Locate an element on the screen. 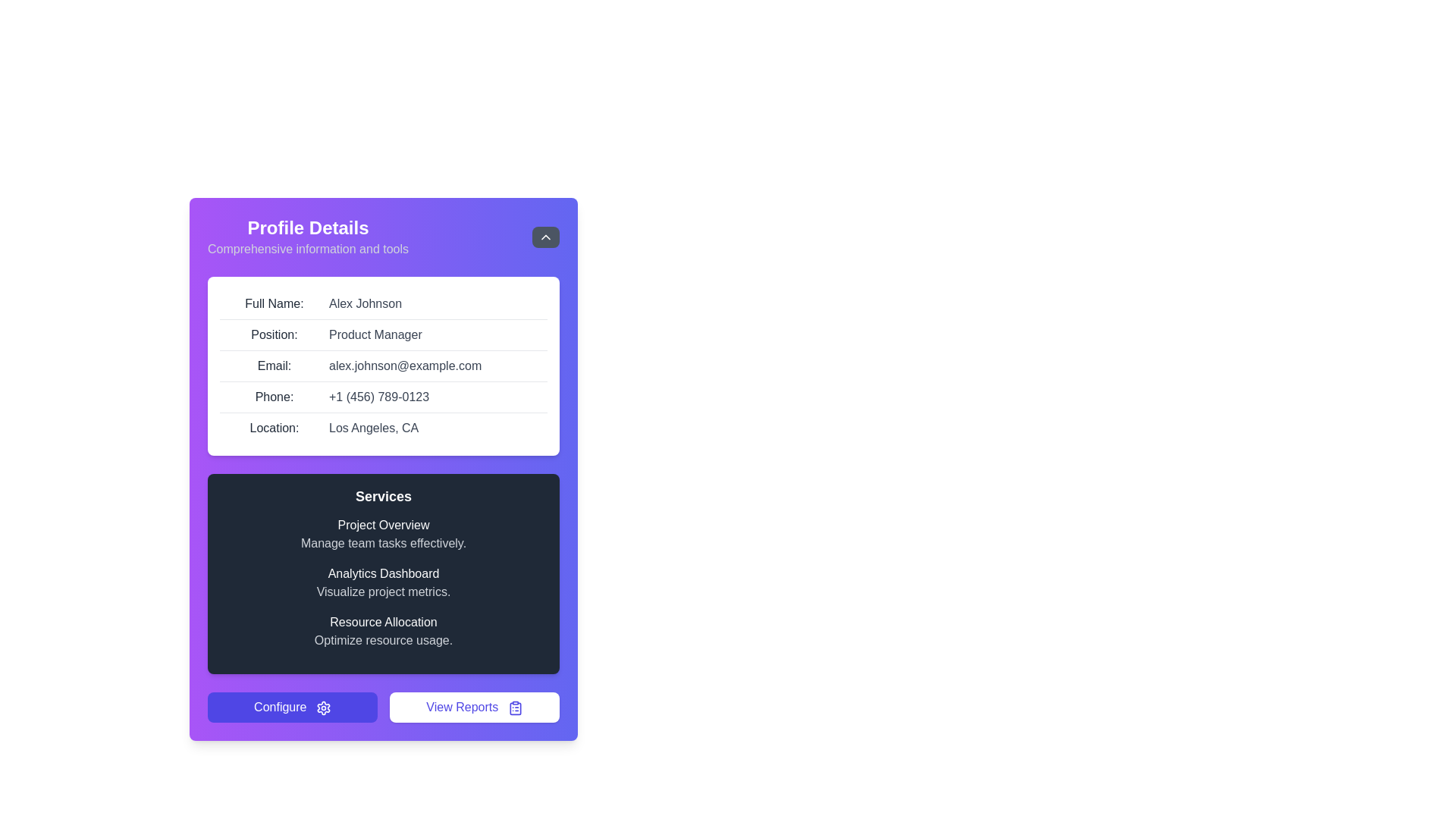 Image resolution: width=1456 pixels, height=819 pixels. the text label displaying the geographical reference 'Los Angeles, CA', which is positioned to the right of the label 'Location:' in the details section of the user profile is located at coordinates (374, 428).